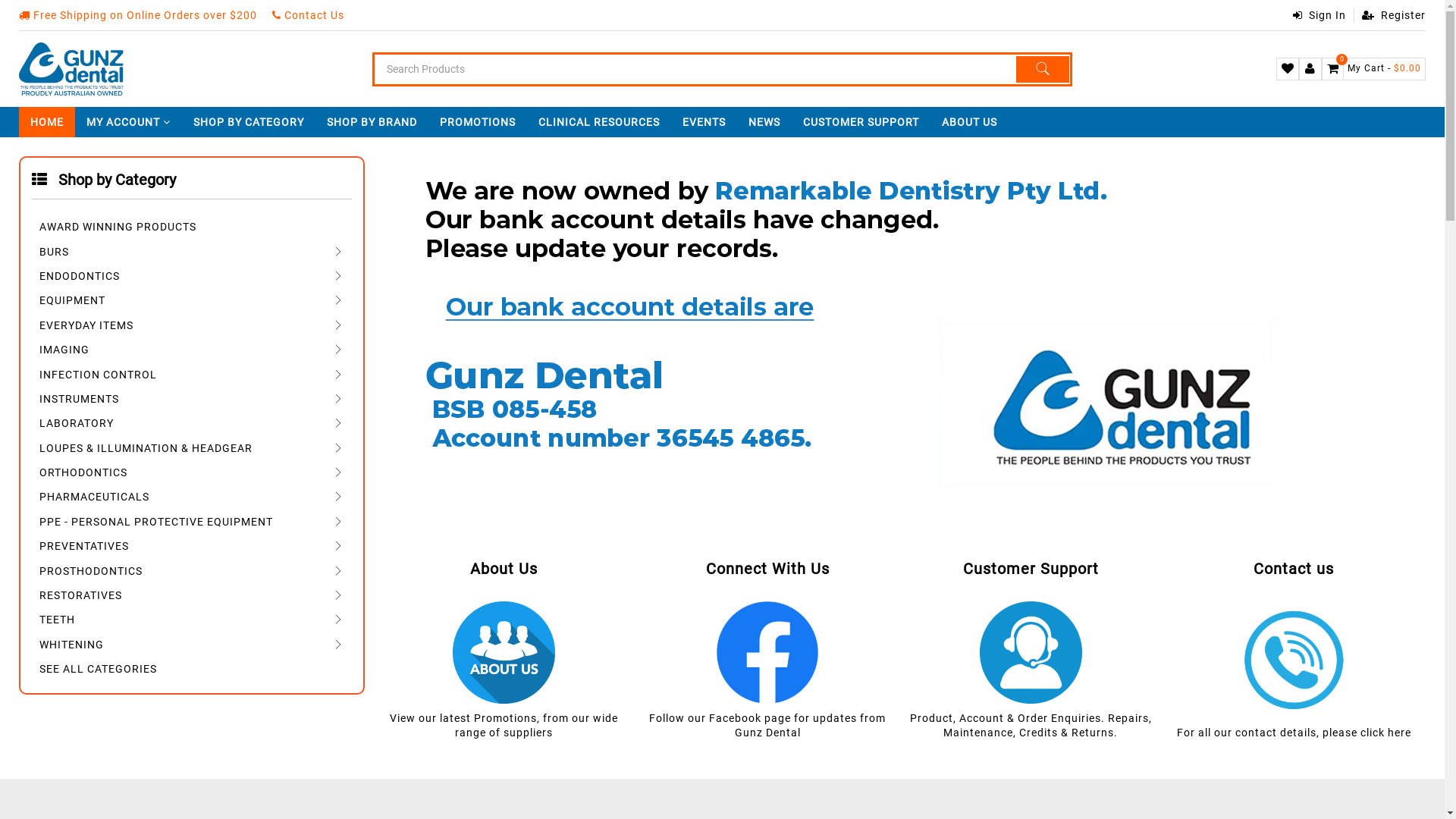  I want to click on 'View our latest Promotions, from our wide range of suppliers', so click(504, 724).